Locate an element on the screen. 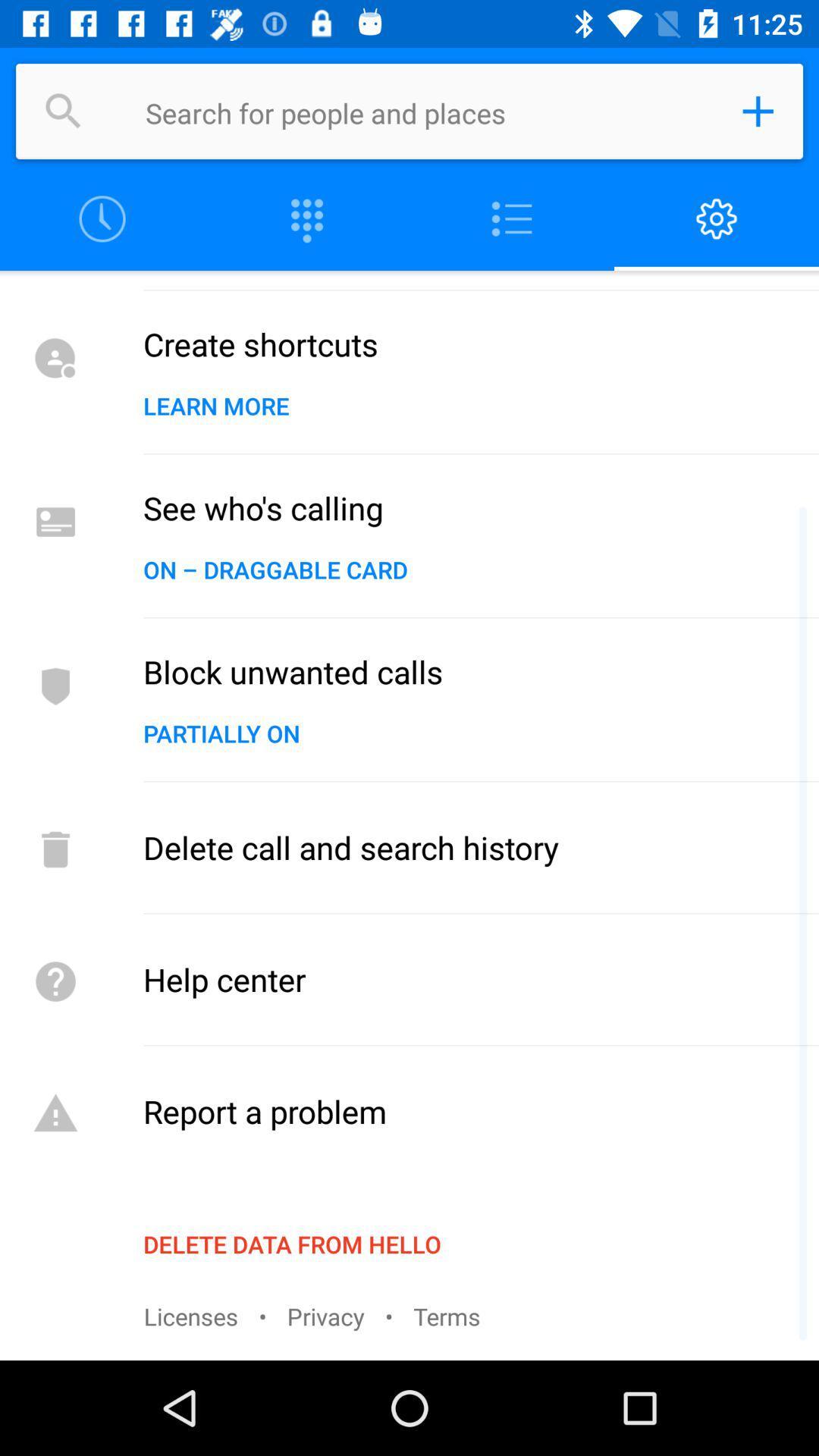 This screenshot has height=1456, width=819. expand search function is located at coordinates (758, 111).